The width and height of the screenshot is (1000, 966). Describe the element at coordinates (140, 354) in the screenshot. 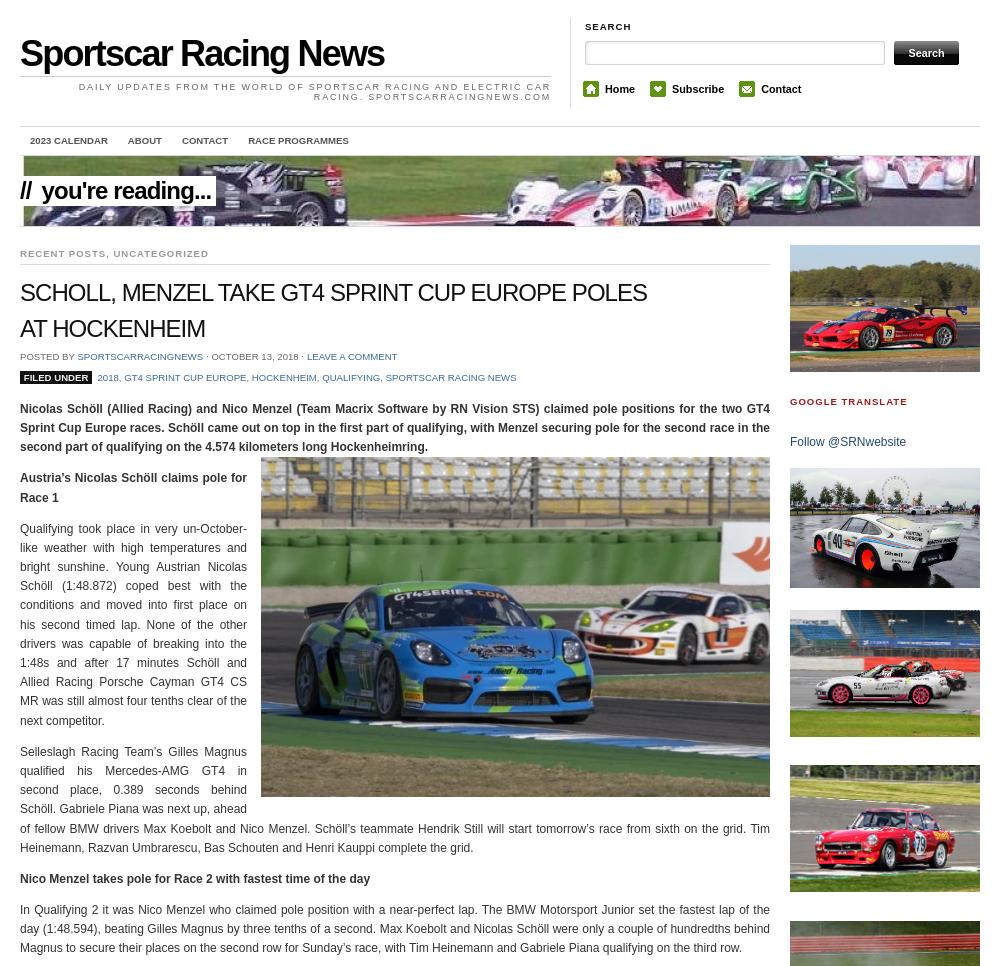

I see `'sportscarracingnews'` at that location.